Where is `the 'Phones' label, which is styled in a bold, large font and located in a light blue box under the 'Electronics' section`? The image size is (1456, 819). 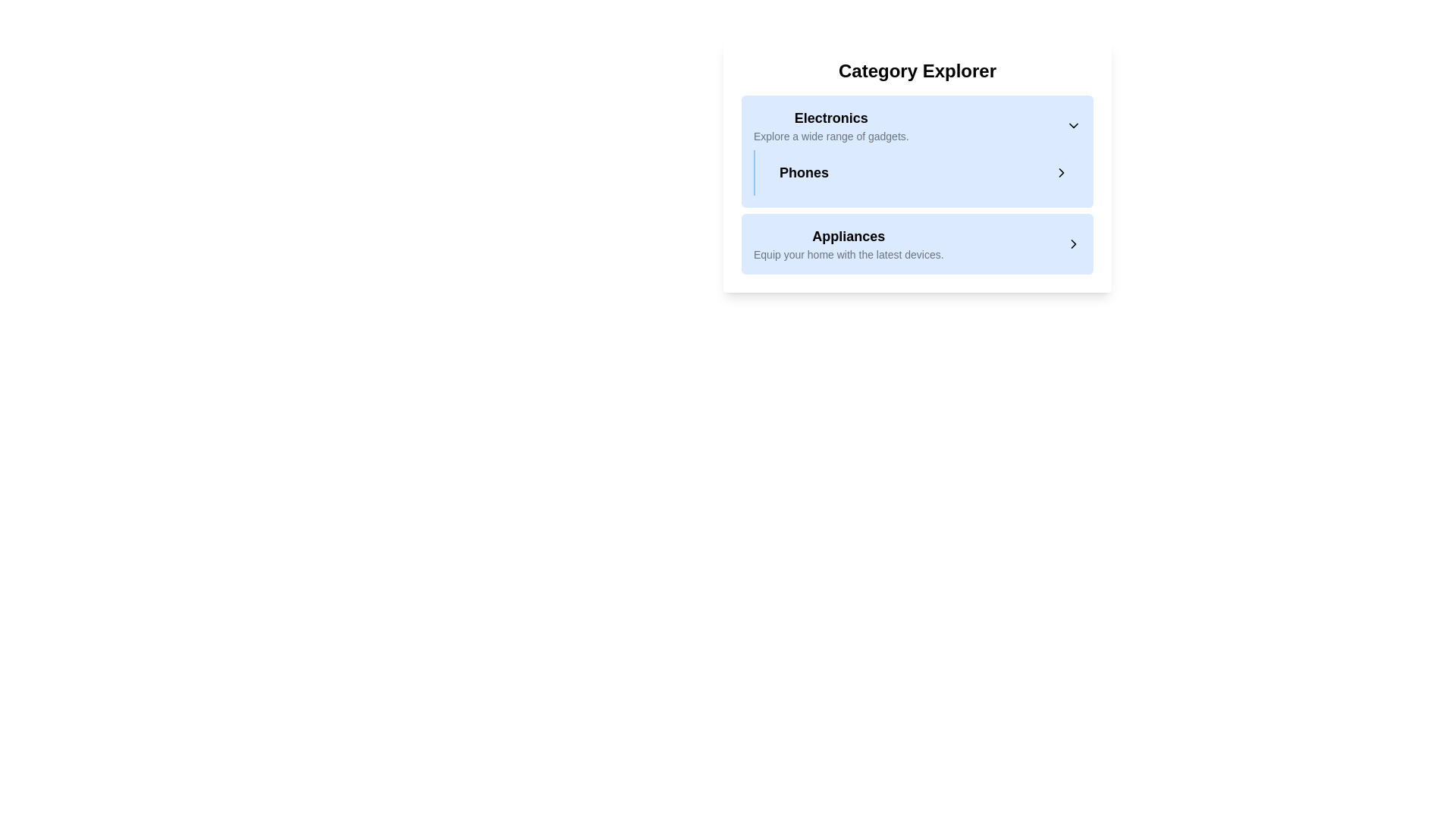
the 'Phones' label, which is styled in a bold, large font and located in a light blue box under the 'Electronics' section is located at coordinates (803, 171).